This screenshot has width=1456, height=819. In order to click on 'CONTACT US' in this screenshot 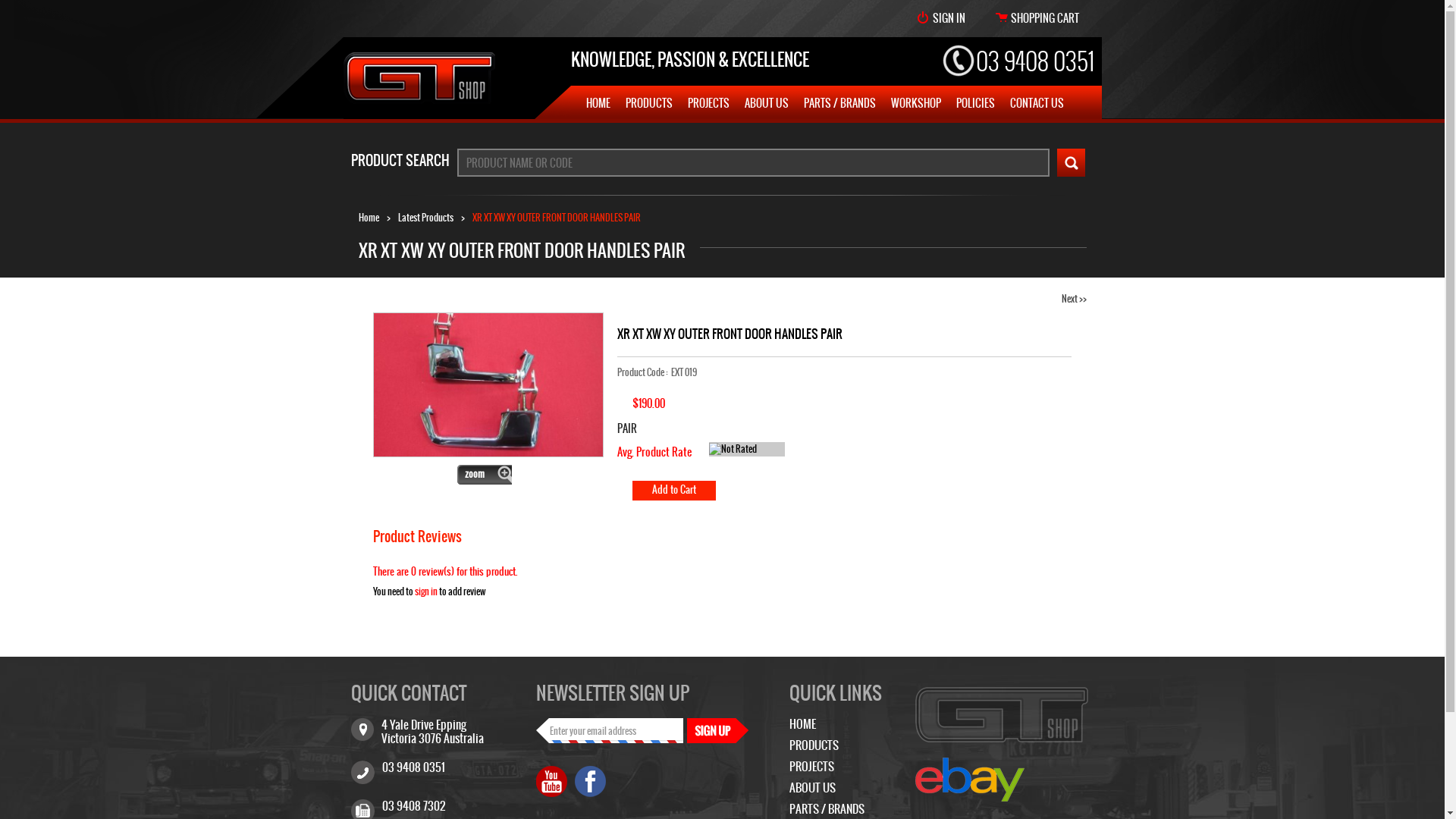, I will do `click(1036, 102)`.